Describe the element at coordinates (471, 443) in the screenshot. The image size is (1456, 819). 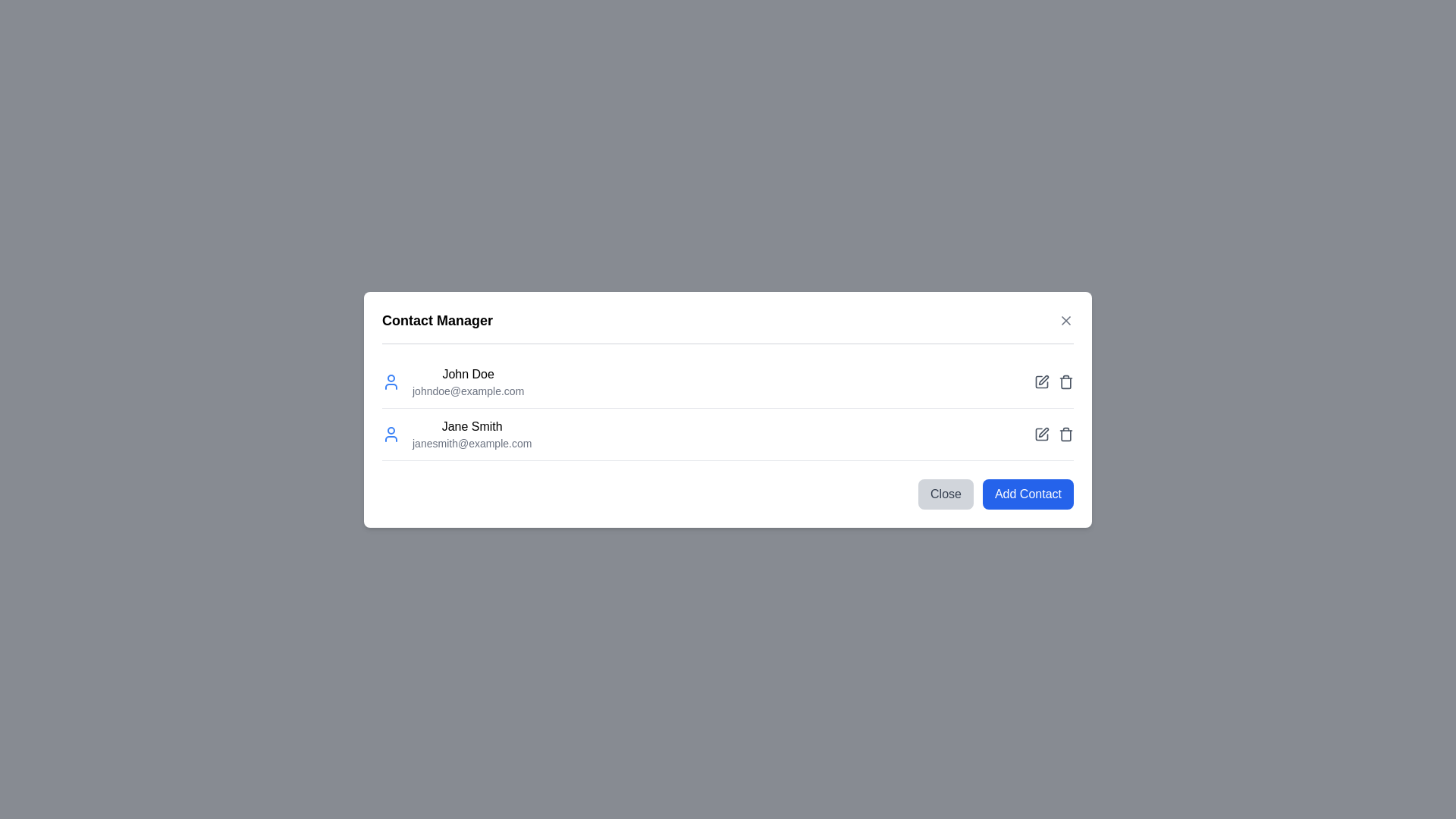
I see `the email address 'janesmith@example.com' displayed in gray color, which is located directly beneath the name 'Jane Smith' in the contact list` at that location.